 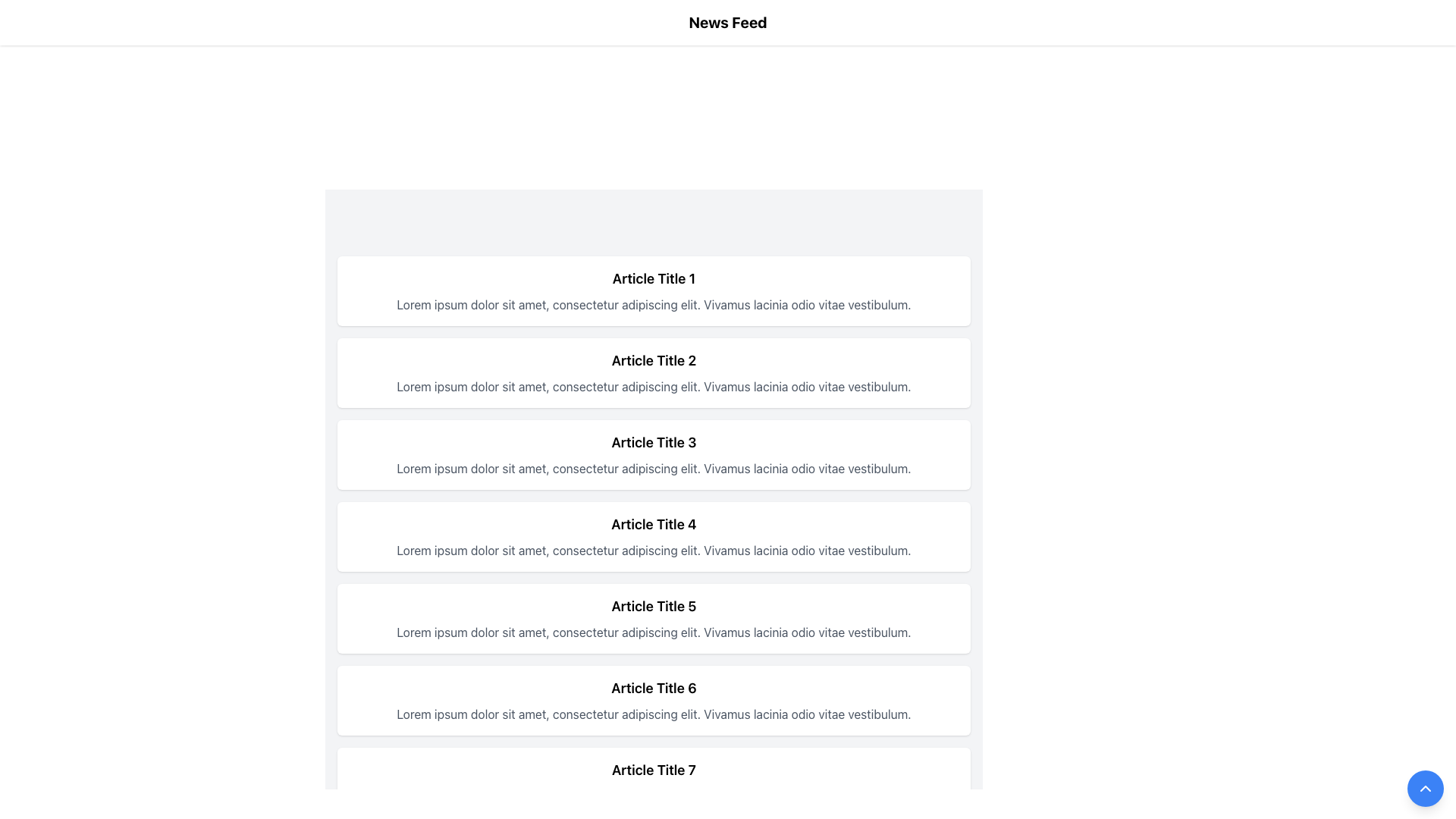 What do you see at coordinates (654, 467) in the screenshot?
I see `the static text displaying the content description of 'Article Title 3', located in the third card from the top, below the title` at bounding box center [654, 467].